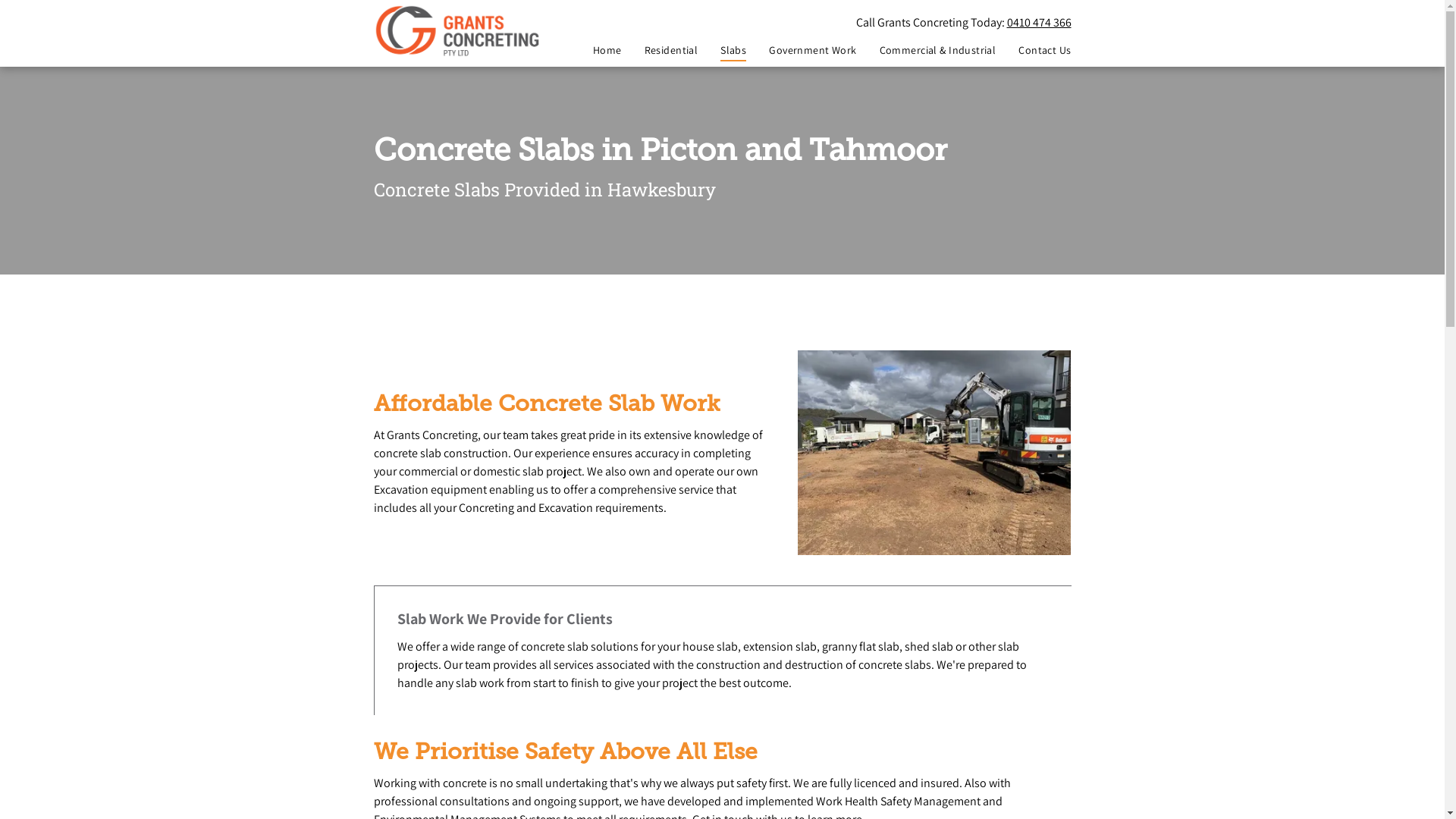  What do you see at coordinates (697, 49) in the screenshot?
I see `'Slabs'` at bounding box center [697, 49].